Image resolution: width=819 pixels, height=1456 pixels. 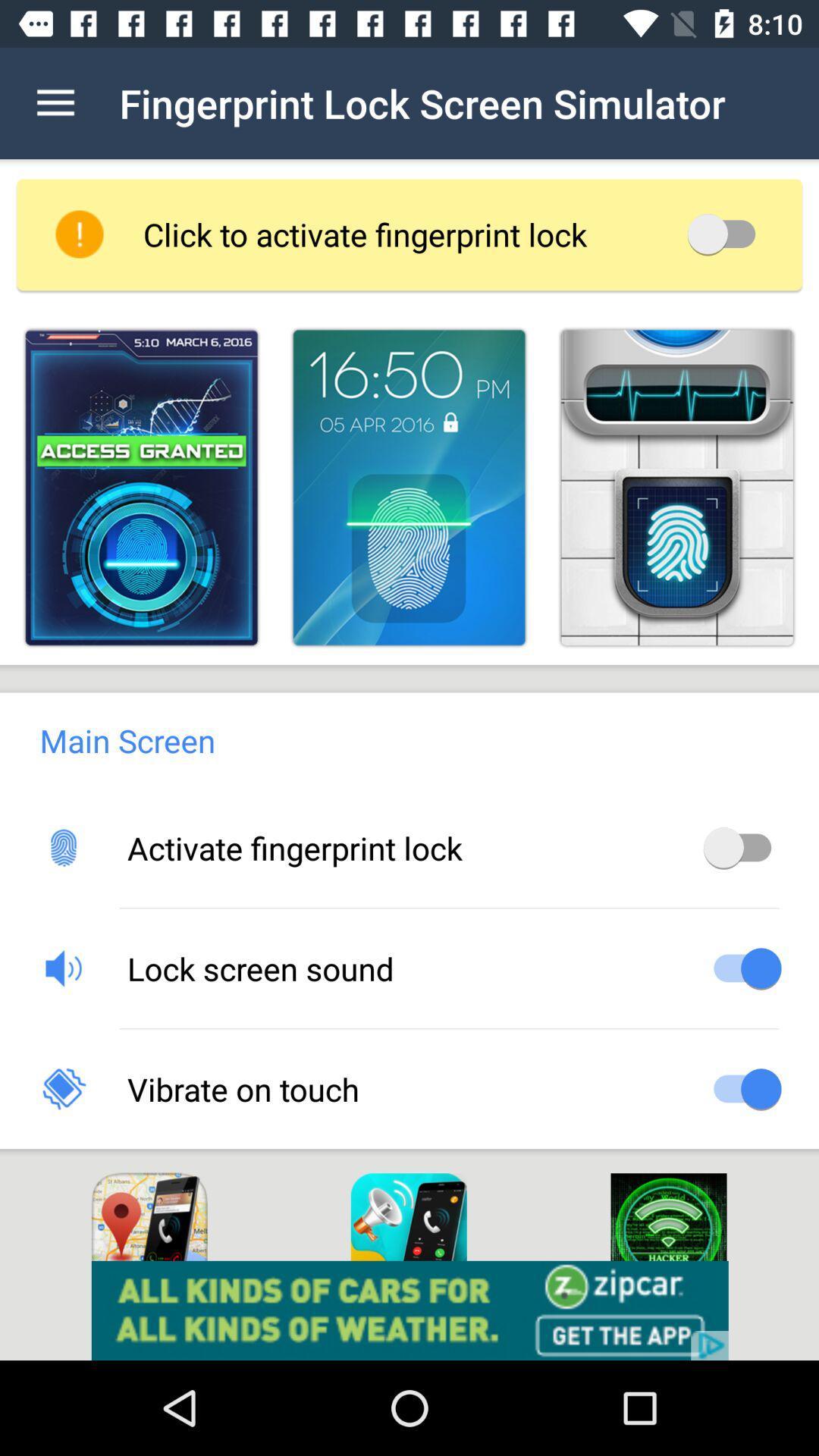 I want to click on off, so click(x=726, y=233).